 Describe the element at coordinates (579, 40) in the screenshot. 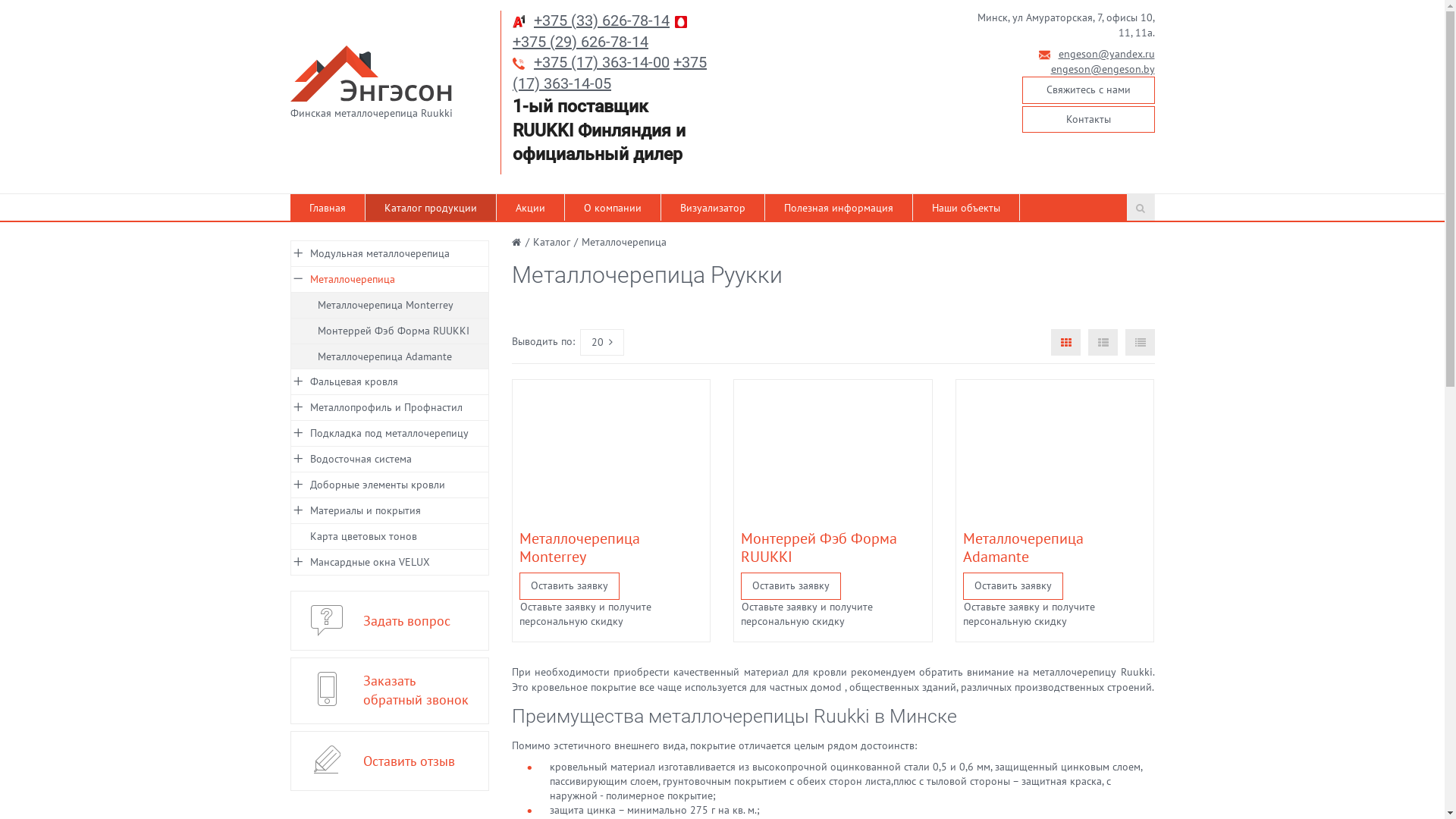

I see `'+375 (29) 626-78-14'` at that location.